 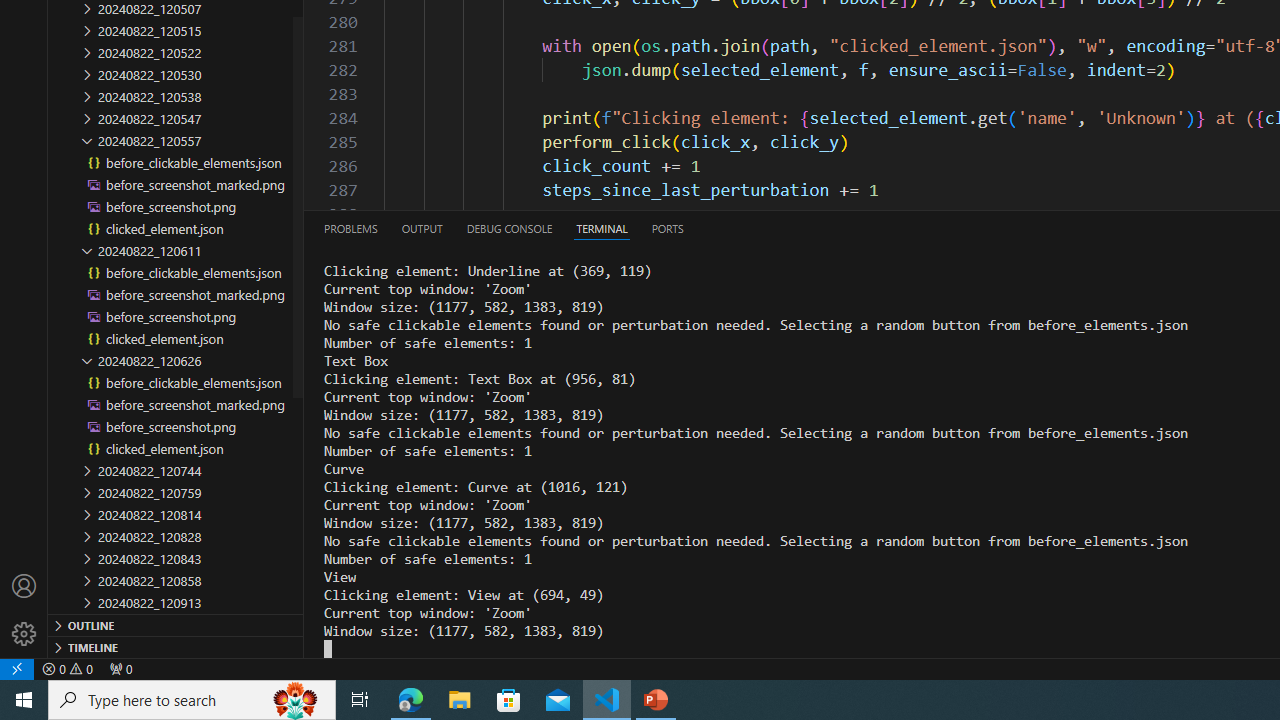 I want to click on 'Manage', so click(x=24, y=609).